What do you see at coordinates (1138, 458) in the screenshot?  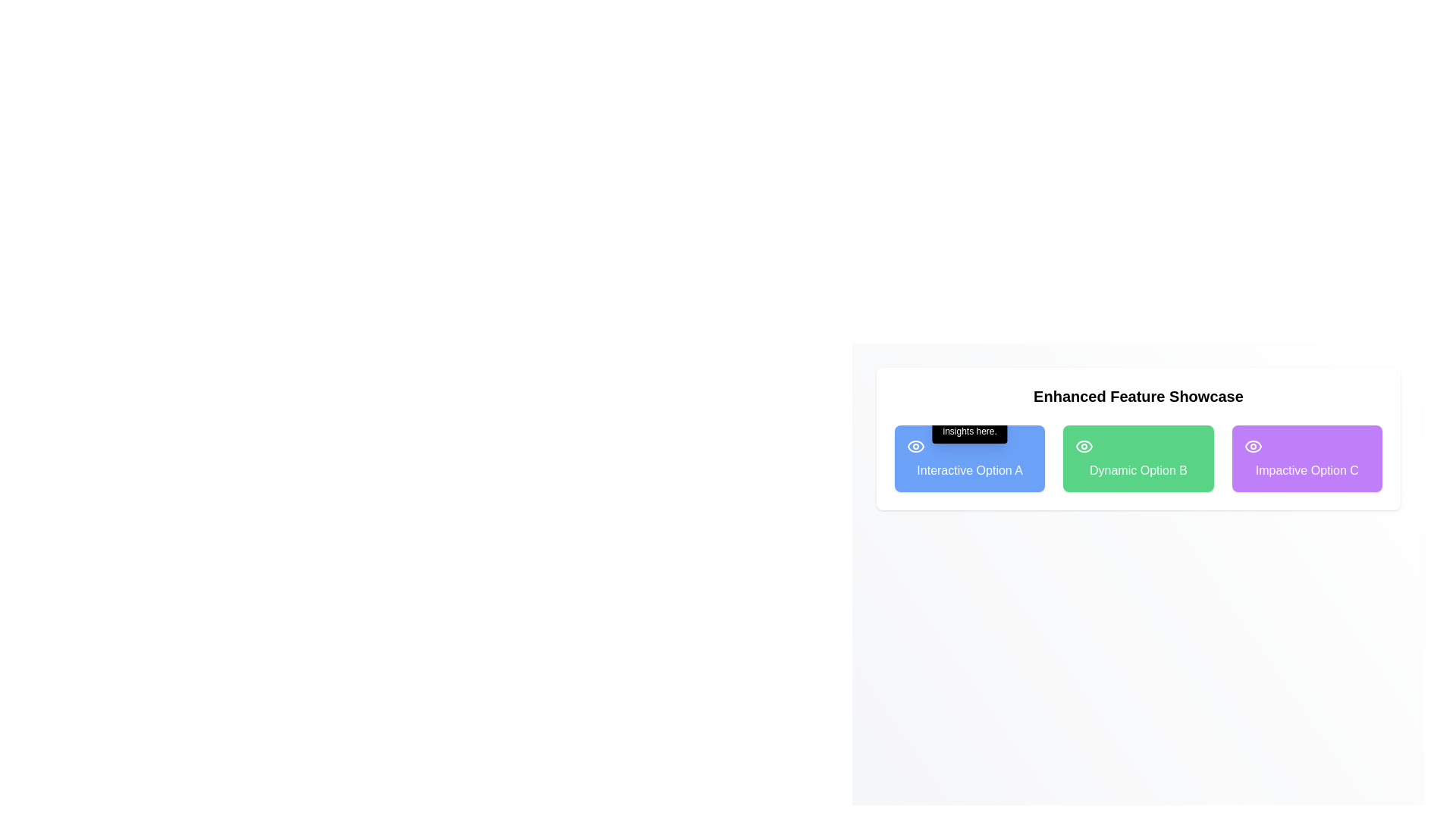 I see `the middle card in the 'Enhanced Feature Showcase' section, which serves as a selectable tile related to 'Dynamic Option B'` at bounding box center [1138, 458].